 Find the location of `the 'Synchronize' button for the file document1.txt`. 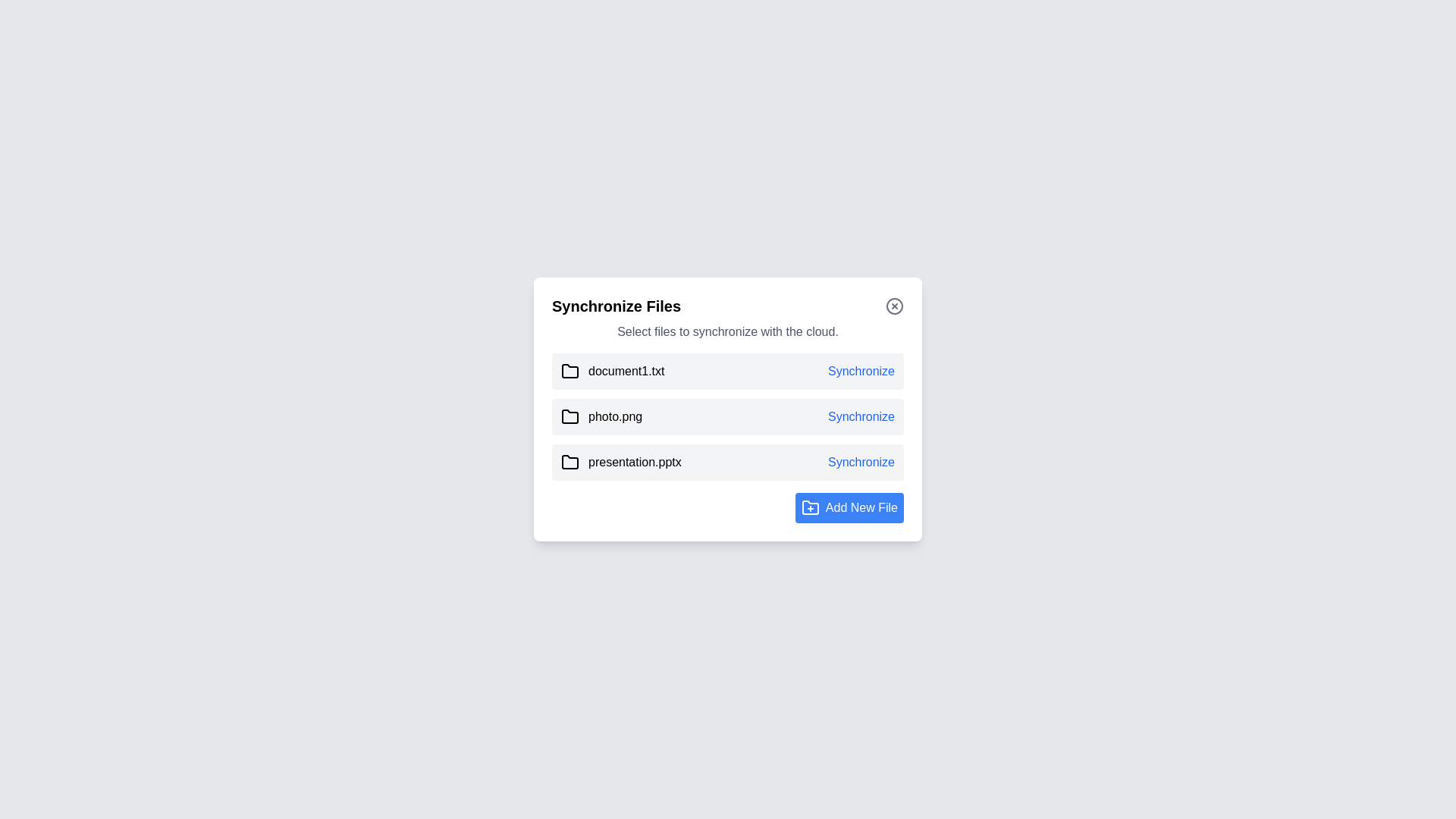

the 'Synchronize' button for the file document1.txt is located at coordinates (861, 371).